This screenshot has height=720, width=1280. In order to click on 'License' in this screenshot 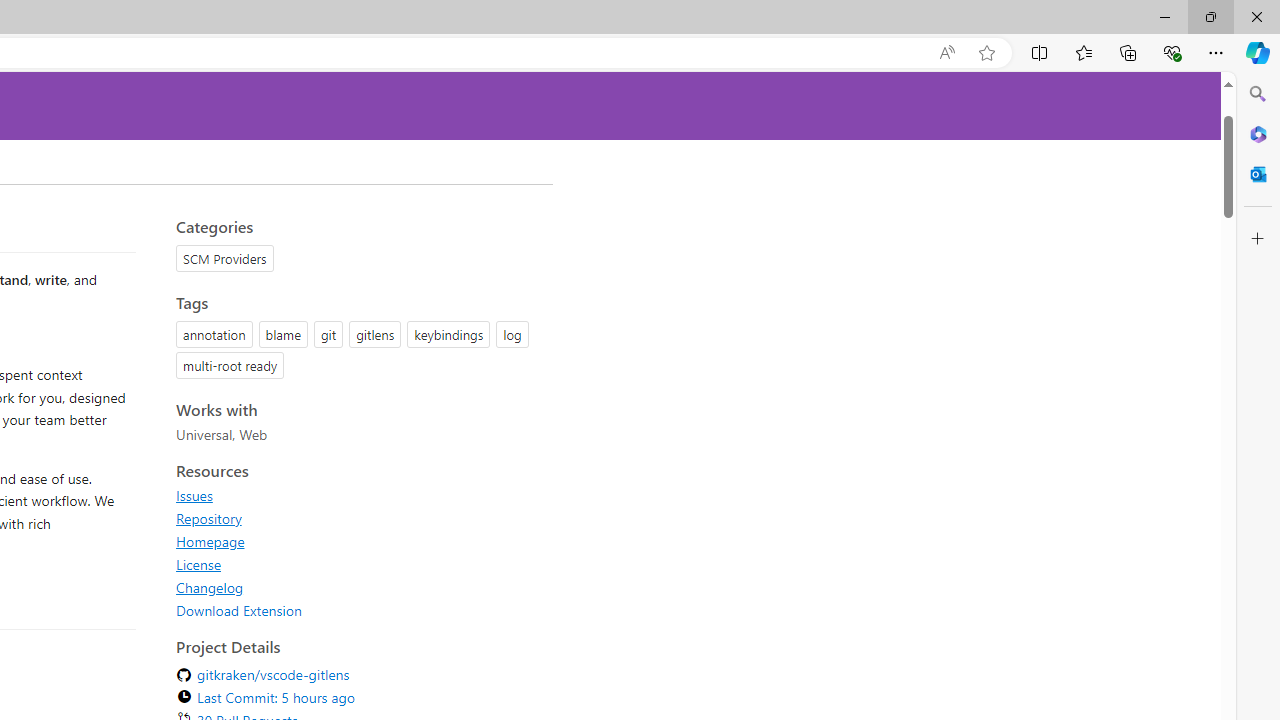, I will do `click(199, 564)`.